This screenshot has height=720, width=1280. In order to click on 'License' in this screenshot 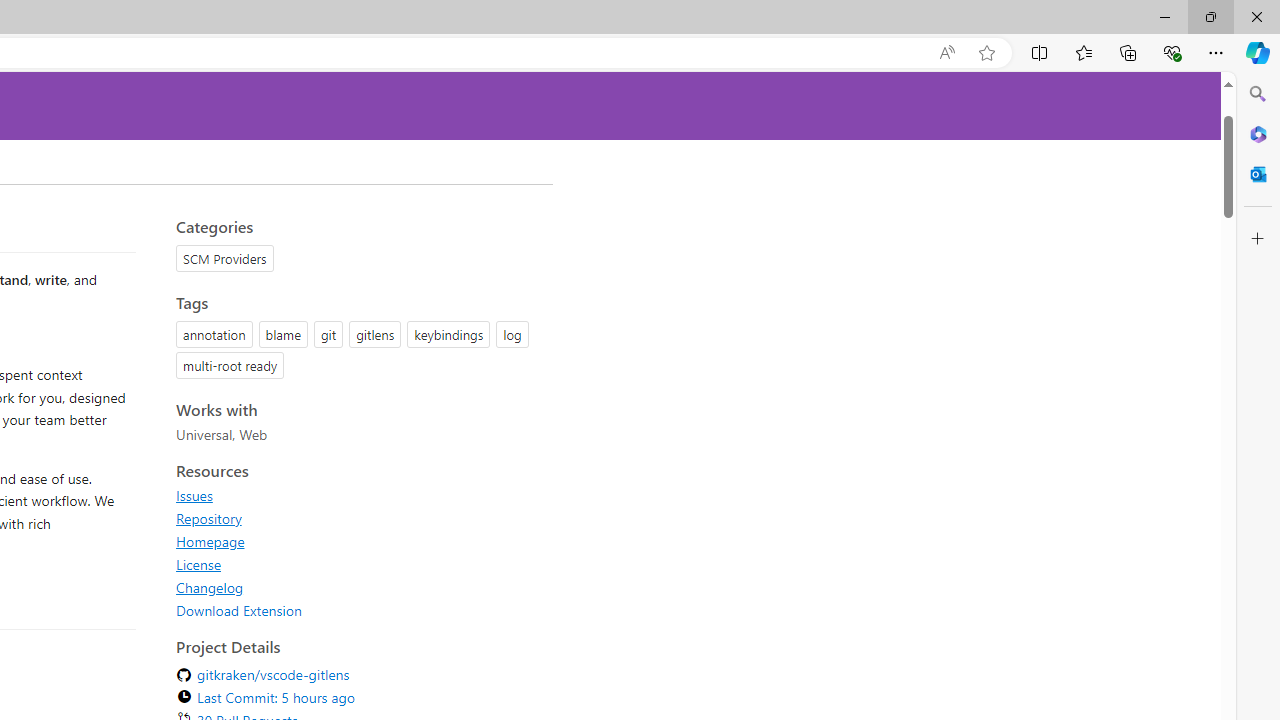, I will do `click(199, 564)`.